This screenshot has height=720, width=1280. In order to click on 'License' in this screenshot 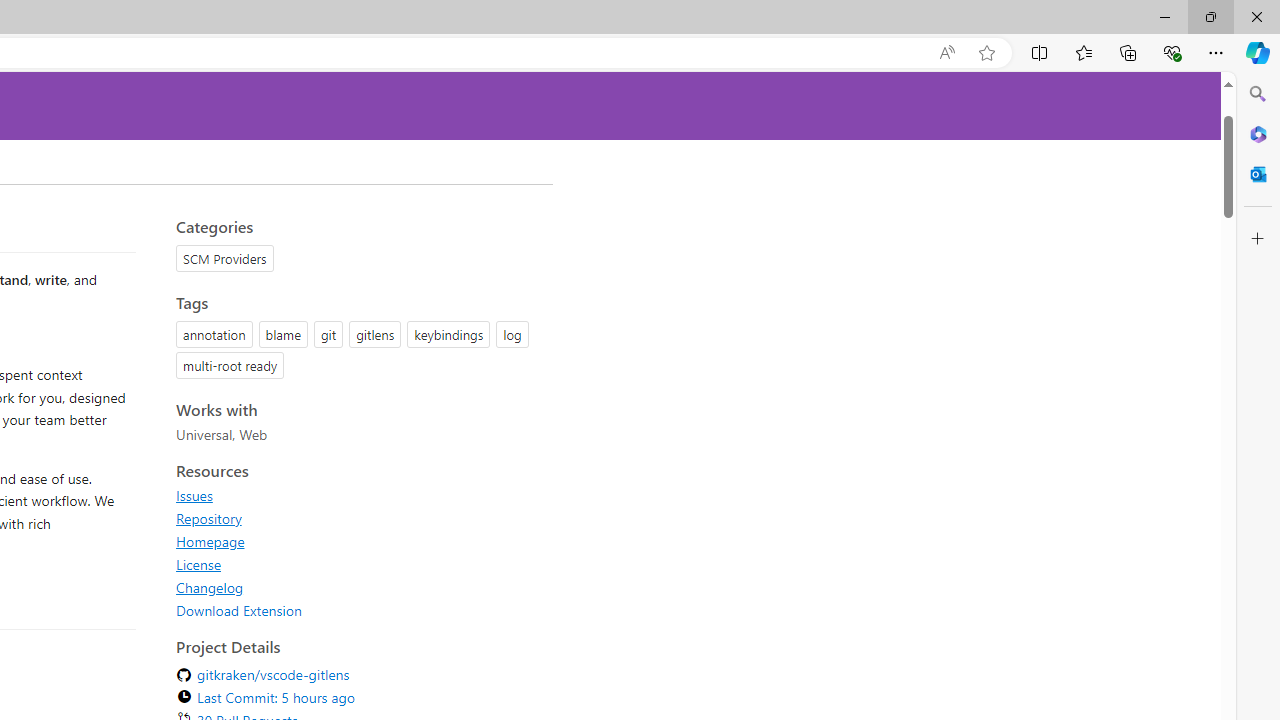, I will do `click(199, 564)`.